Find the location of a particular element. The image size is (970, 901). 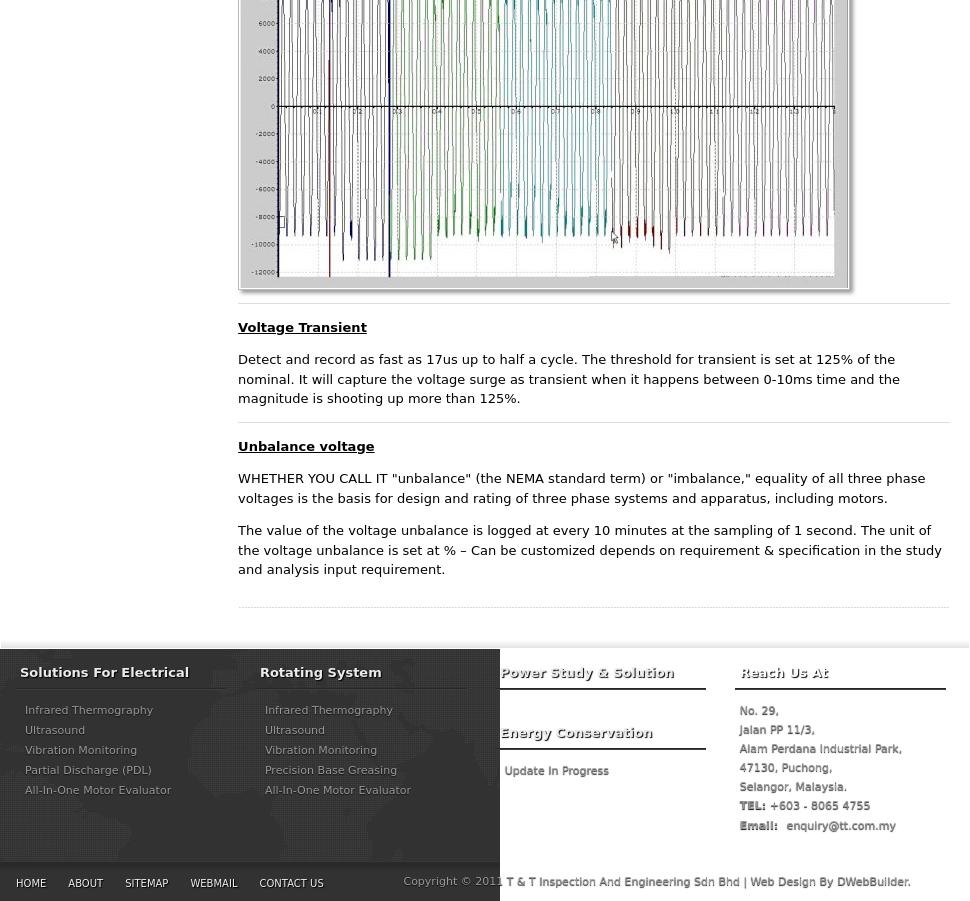

'TEL:' is located at coordinates (751, 804).